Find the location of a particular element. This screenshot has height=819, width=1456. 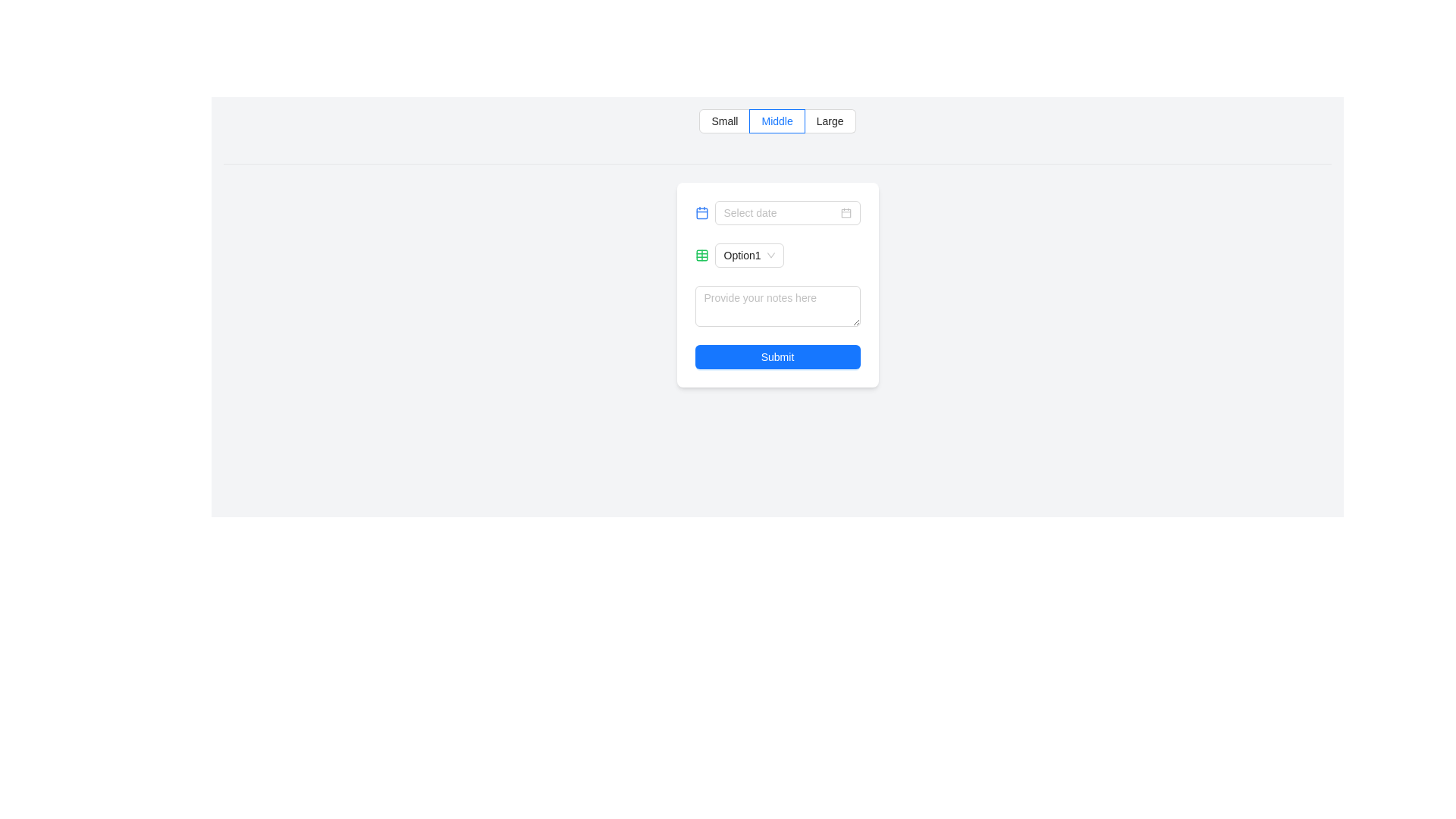

the 'Small' radio button is located at coordinates (723, 120).